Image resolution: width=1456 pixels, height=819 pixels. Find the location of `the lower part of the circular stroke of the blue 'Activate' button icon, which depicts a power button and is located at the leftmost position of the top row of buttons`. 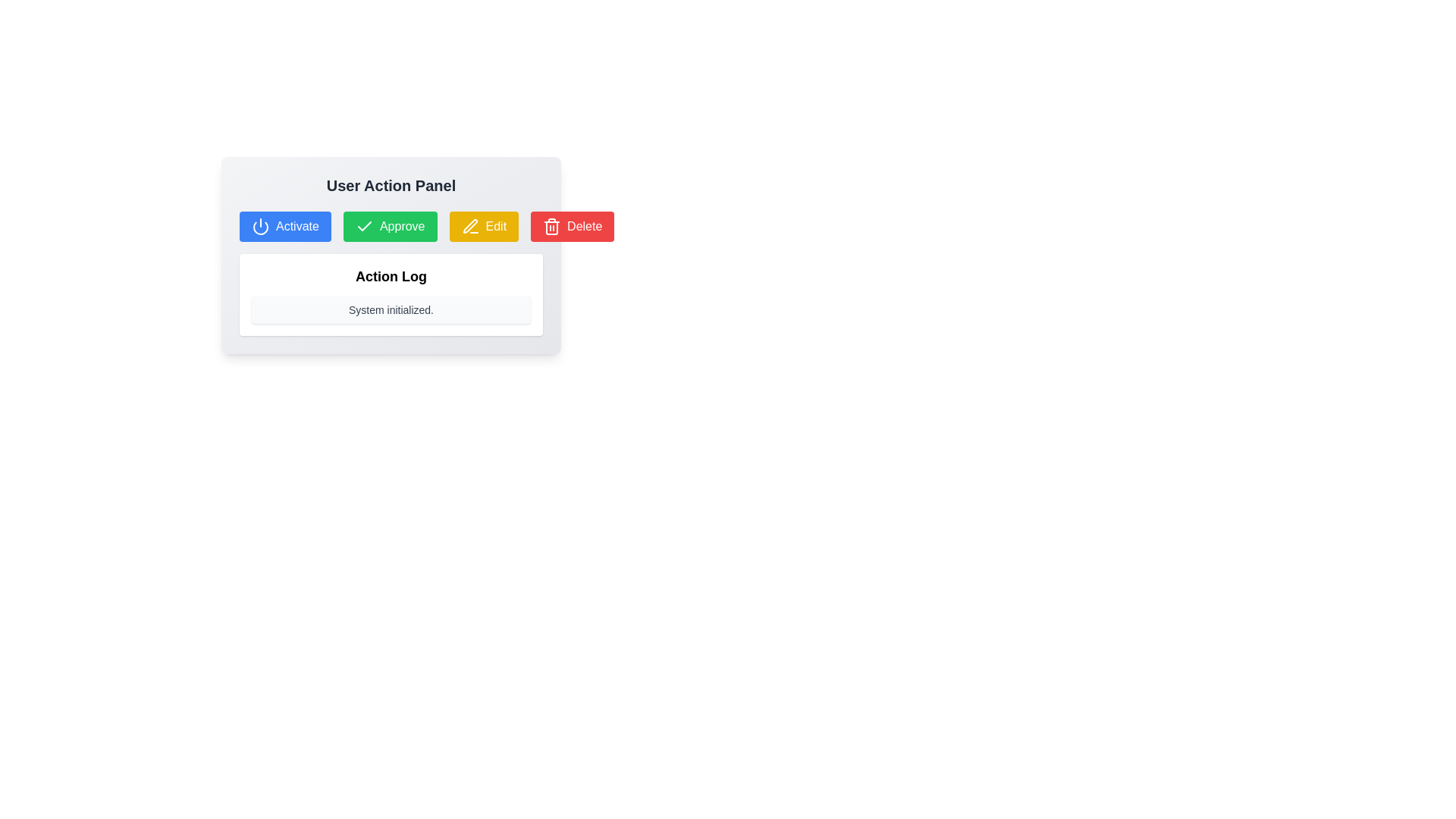

the lower part of the circular stroke of the blue 'Activate' button icon, which depicts a power button and is located at the leftmost position of the top row of buttons is located at coordinates (261, 228).